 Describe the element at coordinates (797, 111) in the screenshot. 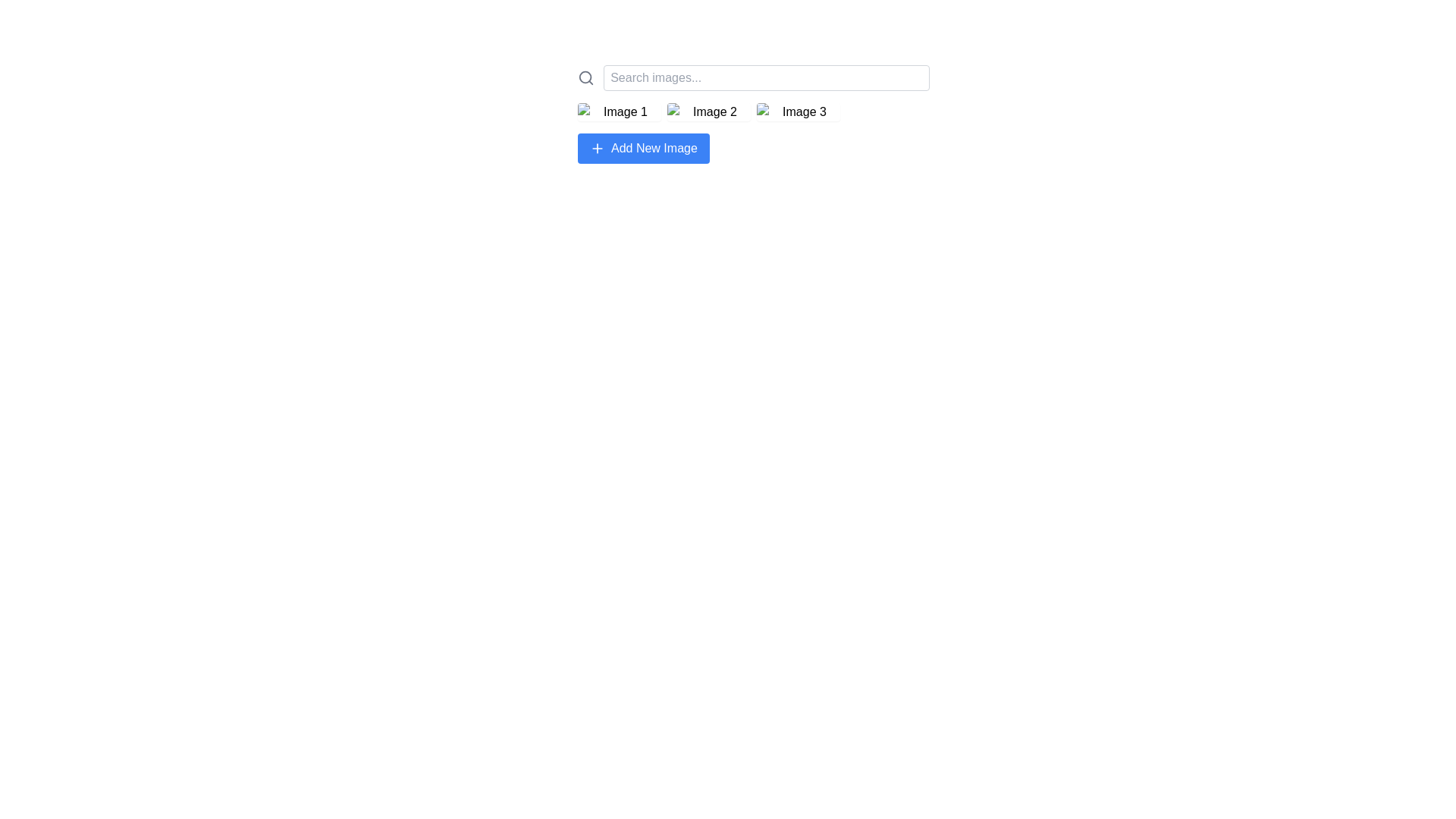

I see `the placeholder image element labeled 'Image 3' via keyboard navigation` at that location.